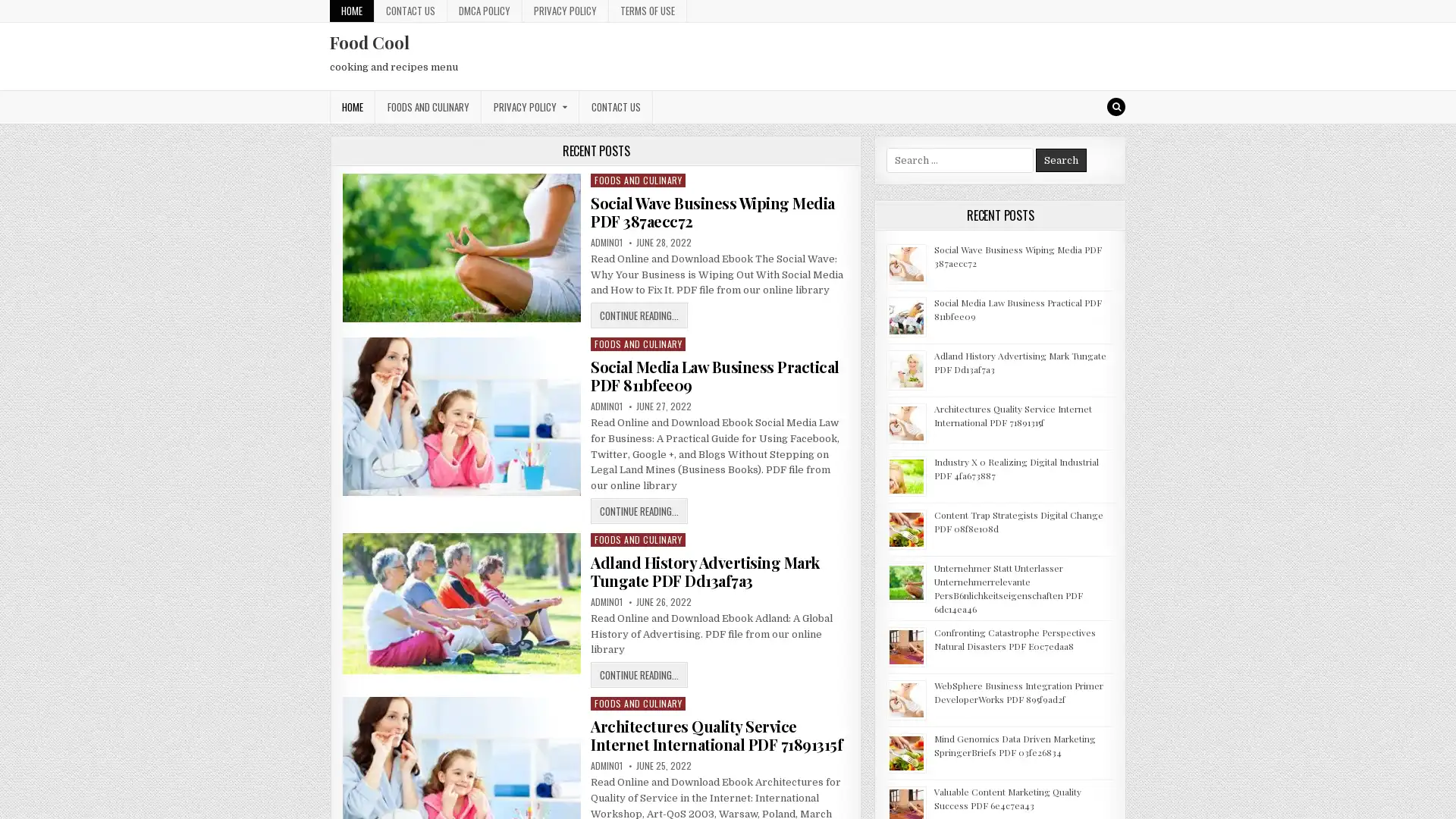 Image resolution: width=1456 pixels, height=819 pixels. I want to click on Search, so click(1060, 160).